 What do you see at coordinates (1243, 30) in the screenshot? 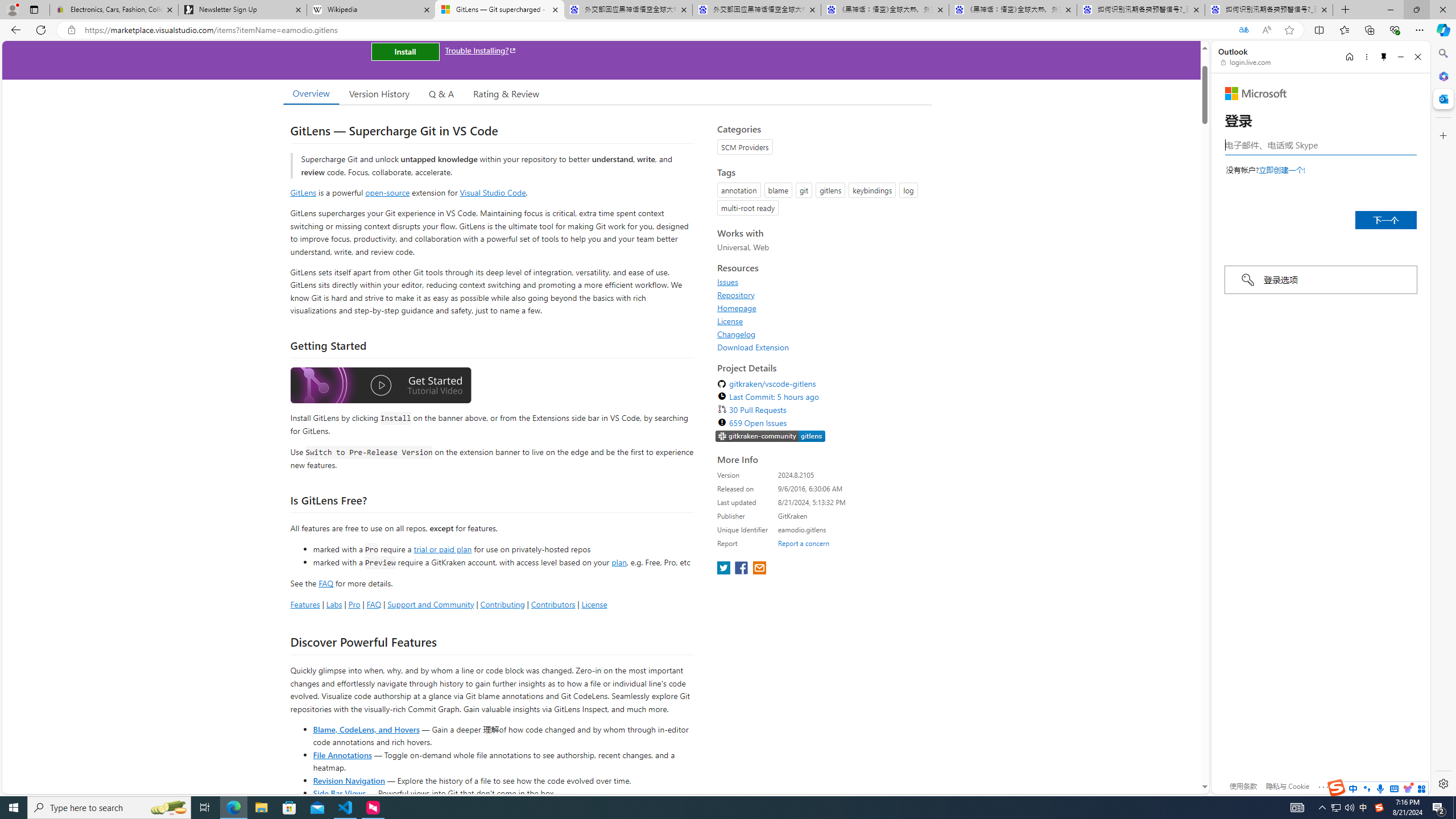
I see `'Translated'` at bounding box center [1243, 30].